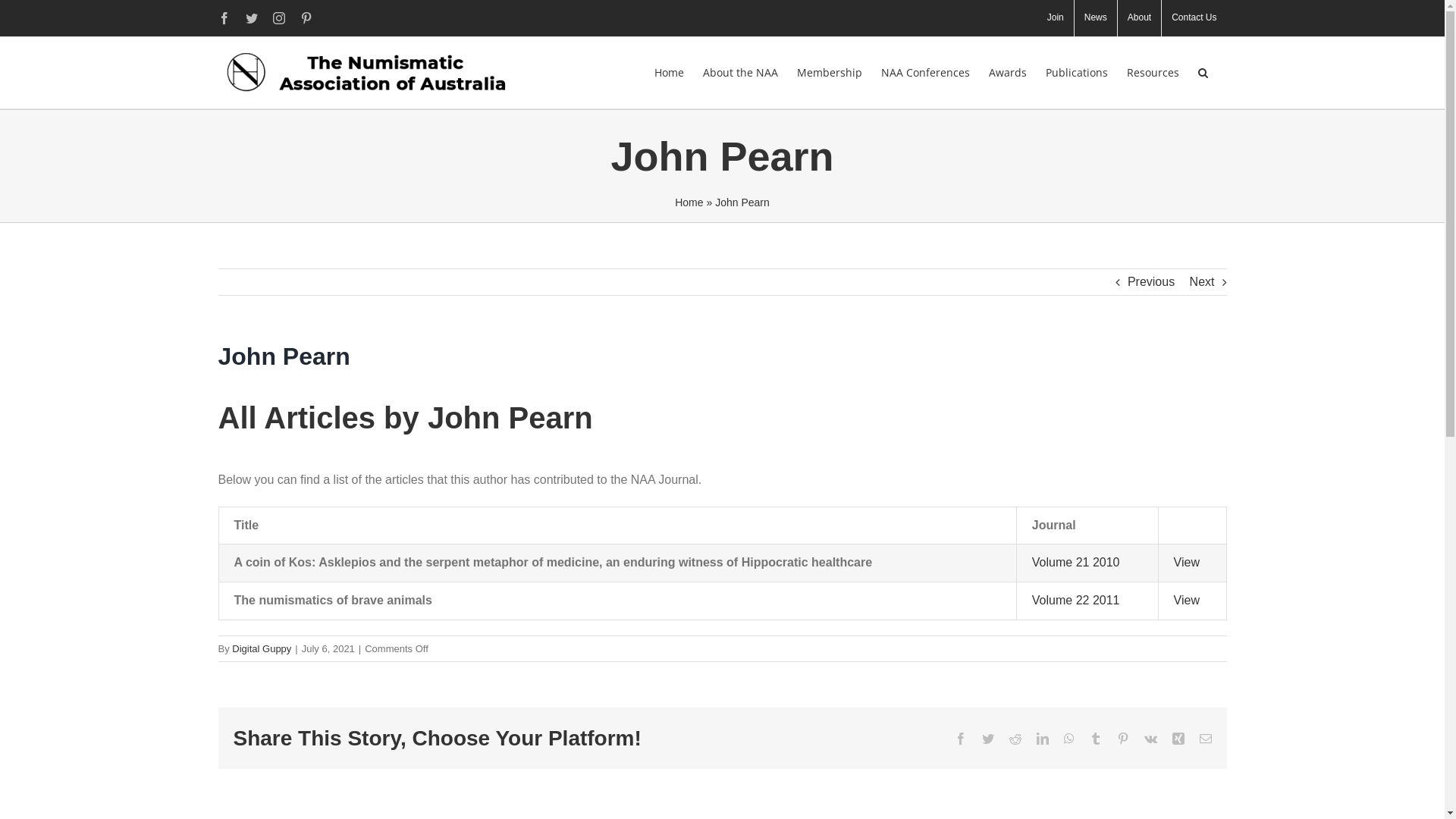 This screenshot has height=819, width=1456. Describe the element at coordinates (924, 73) in the screenshot. I see `'NAA Conferences'` at that location.